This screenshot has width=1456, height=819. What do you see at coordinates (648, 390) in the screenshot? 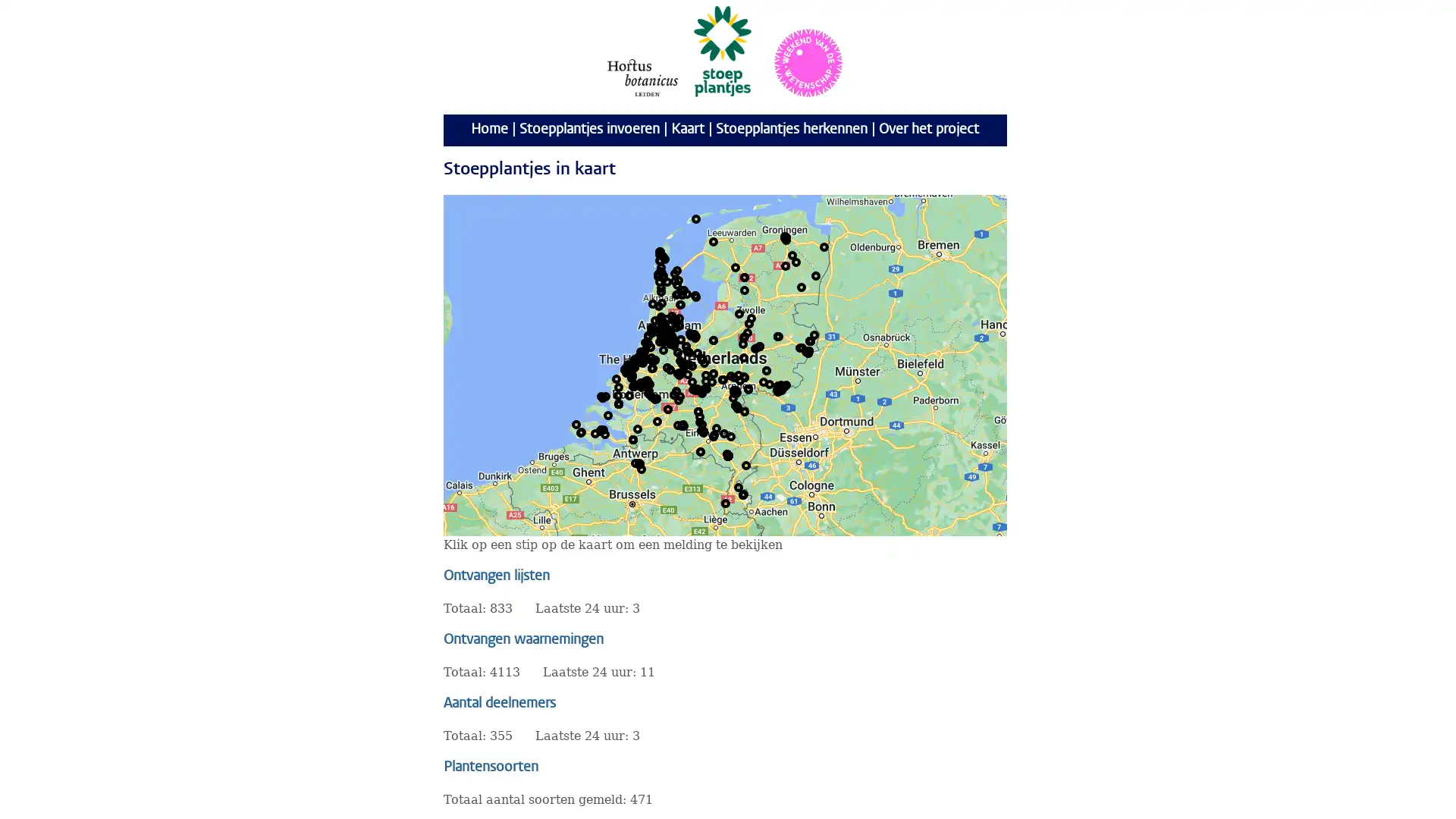
I see `Telling van Sophie op 21 oktober 2021` at bounding box center [648, 390].